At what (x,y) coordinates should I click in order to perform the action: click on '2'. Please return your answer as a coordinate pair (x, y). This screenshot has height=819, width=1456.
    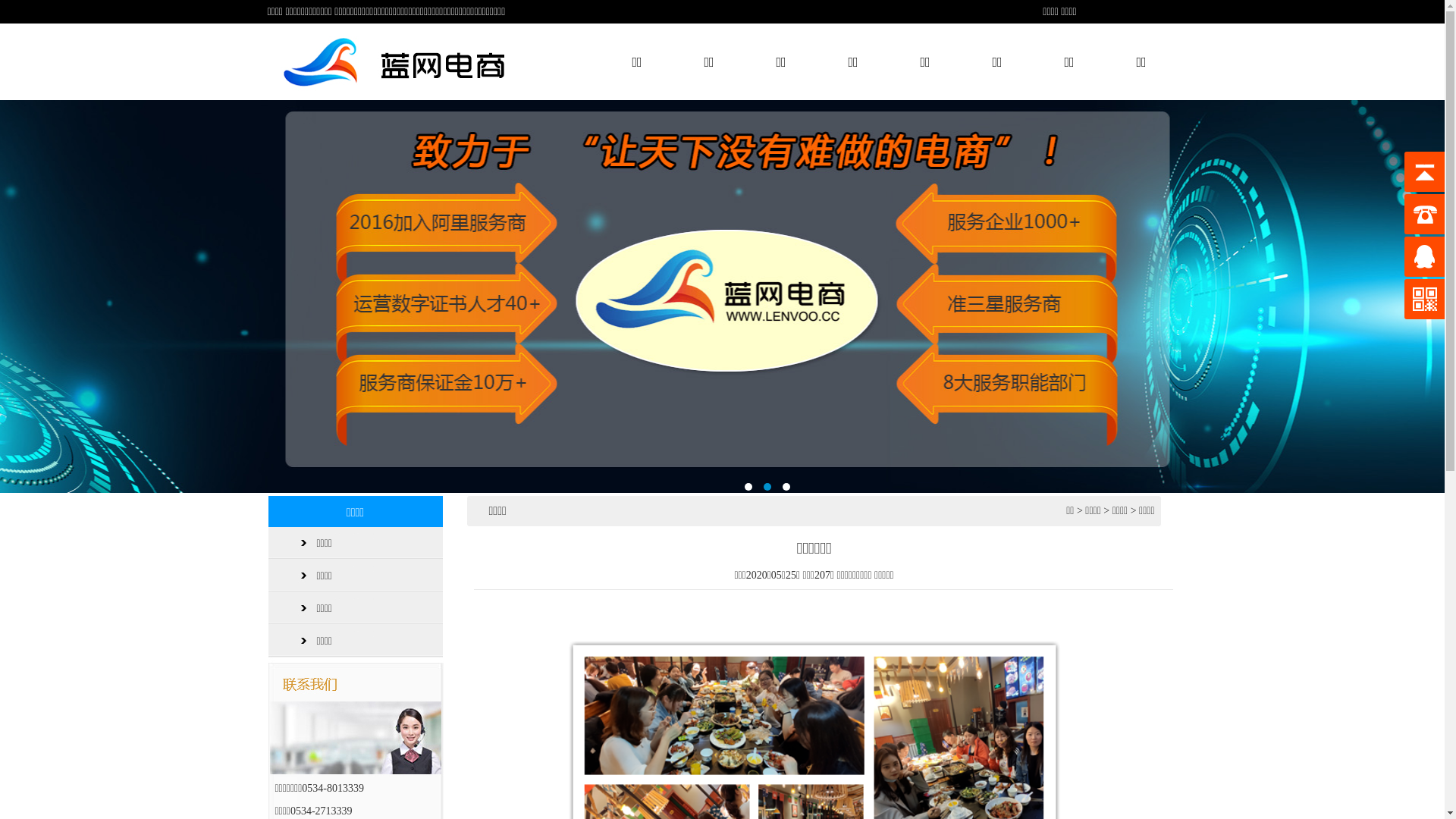
    Looking at the image, I should click on (763, 486).